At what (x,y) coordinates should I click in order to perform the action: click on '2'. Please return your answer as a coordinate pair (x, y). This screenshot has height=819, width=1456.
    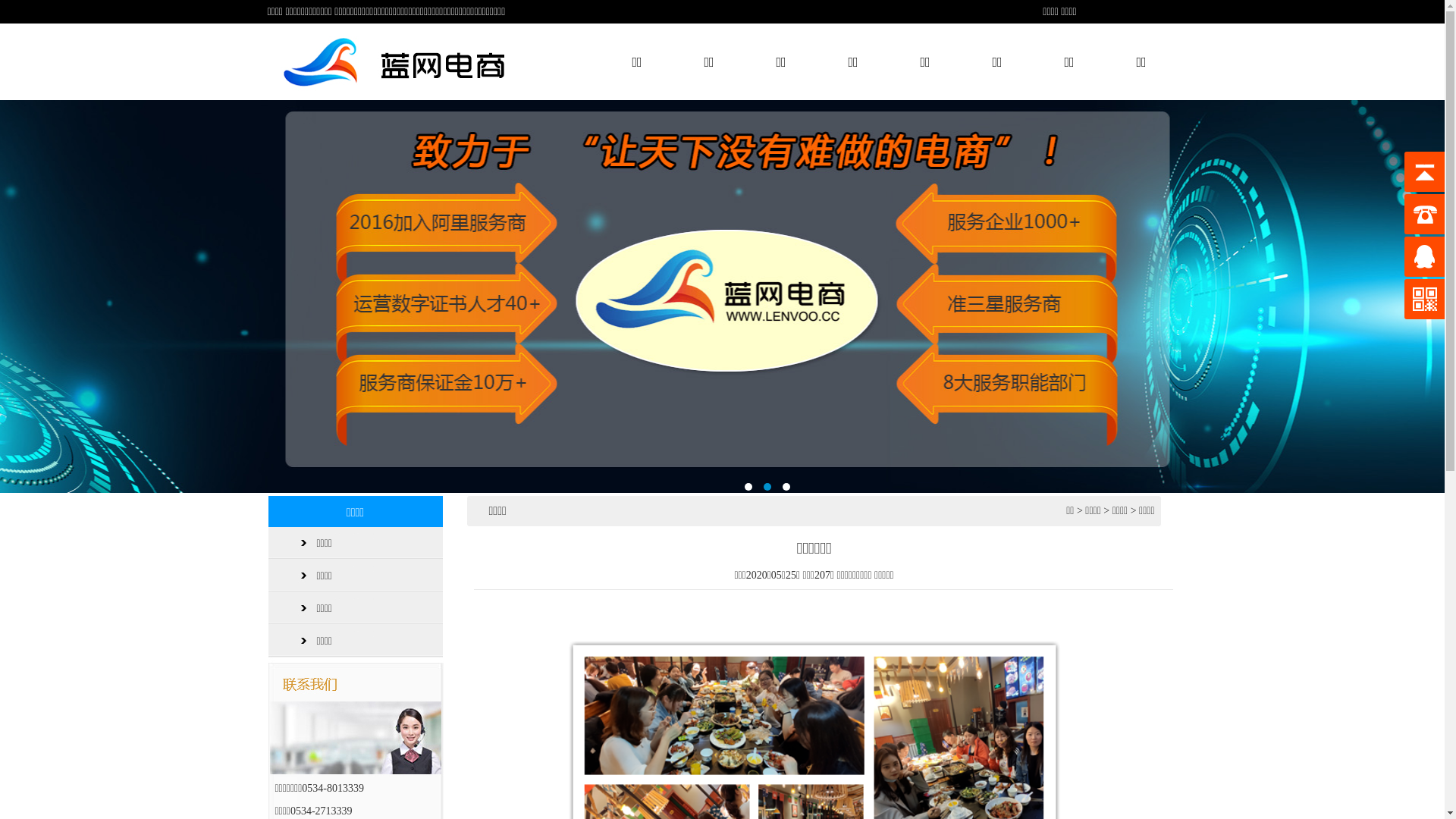
    Looking at the image, I should click on (763, 486).